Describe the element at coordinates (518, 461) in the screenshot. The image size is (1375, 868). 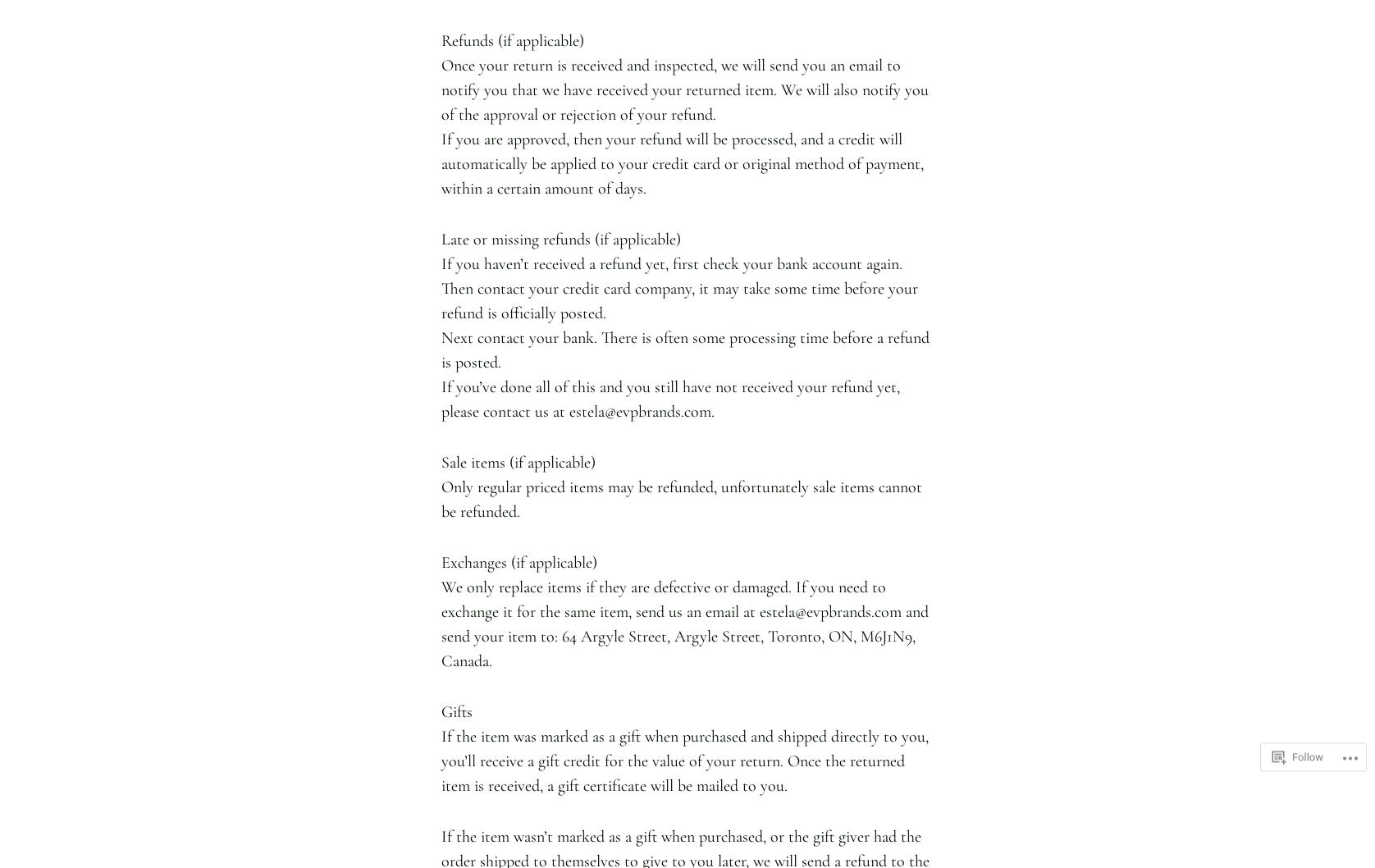
I see `'Sale items (if applicable)'` at that location.